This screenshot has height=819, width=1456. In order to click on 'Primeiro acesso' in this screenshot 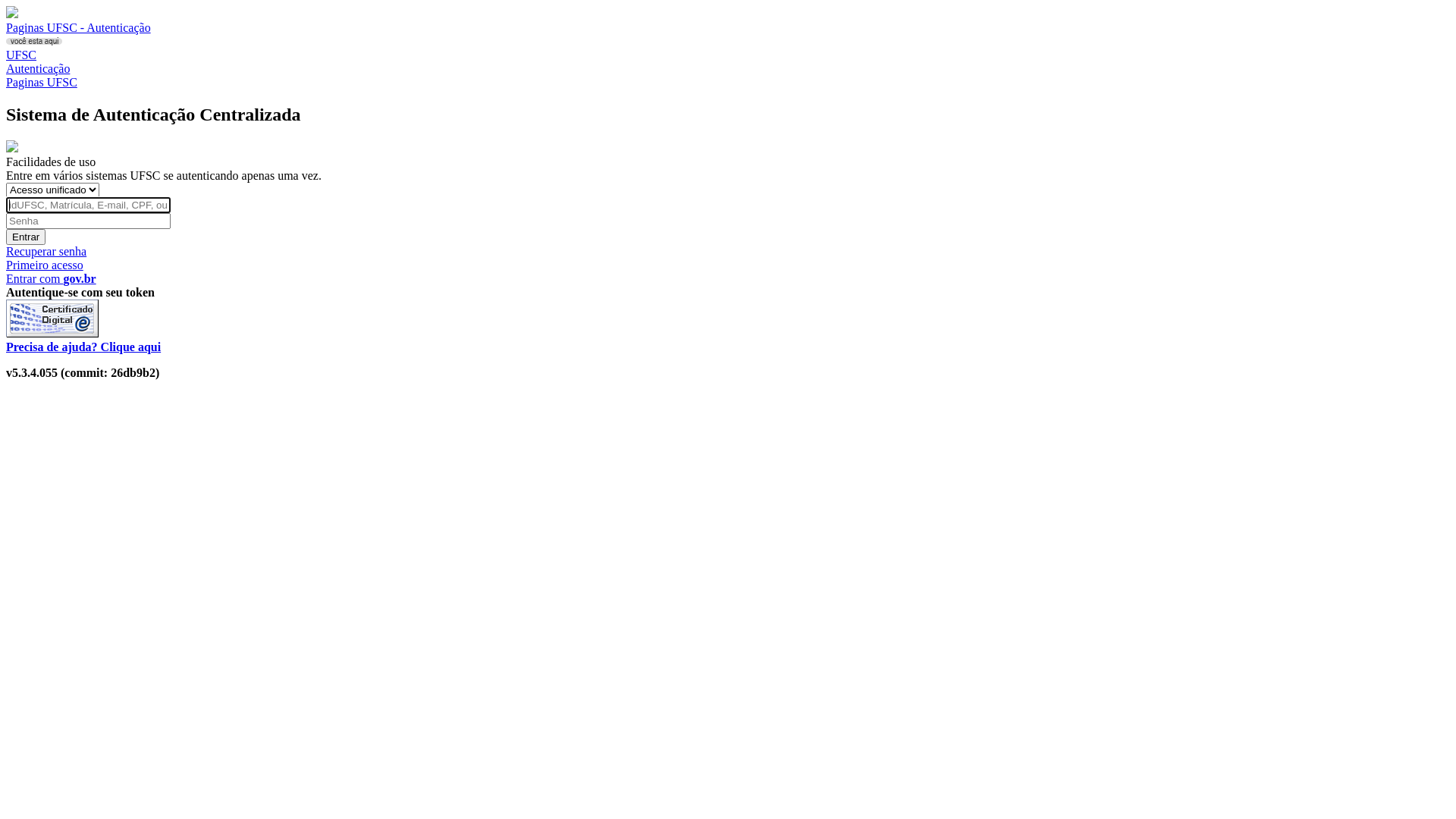, I will do `click(44, 264)`.